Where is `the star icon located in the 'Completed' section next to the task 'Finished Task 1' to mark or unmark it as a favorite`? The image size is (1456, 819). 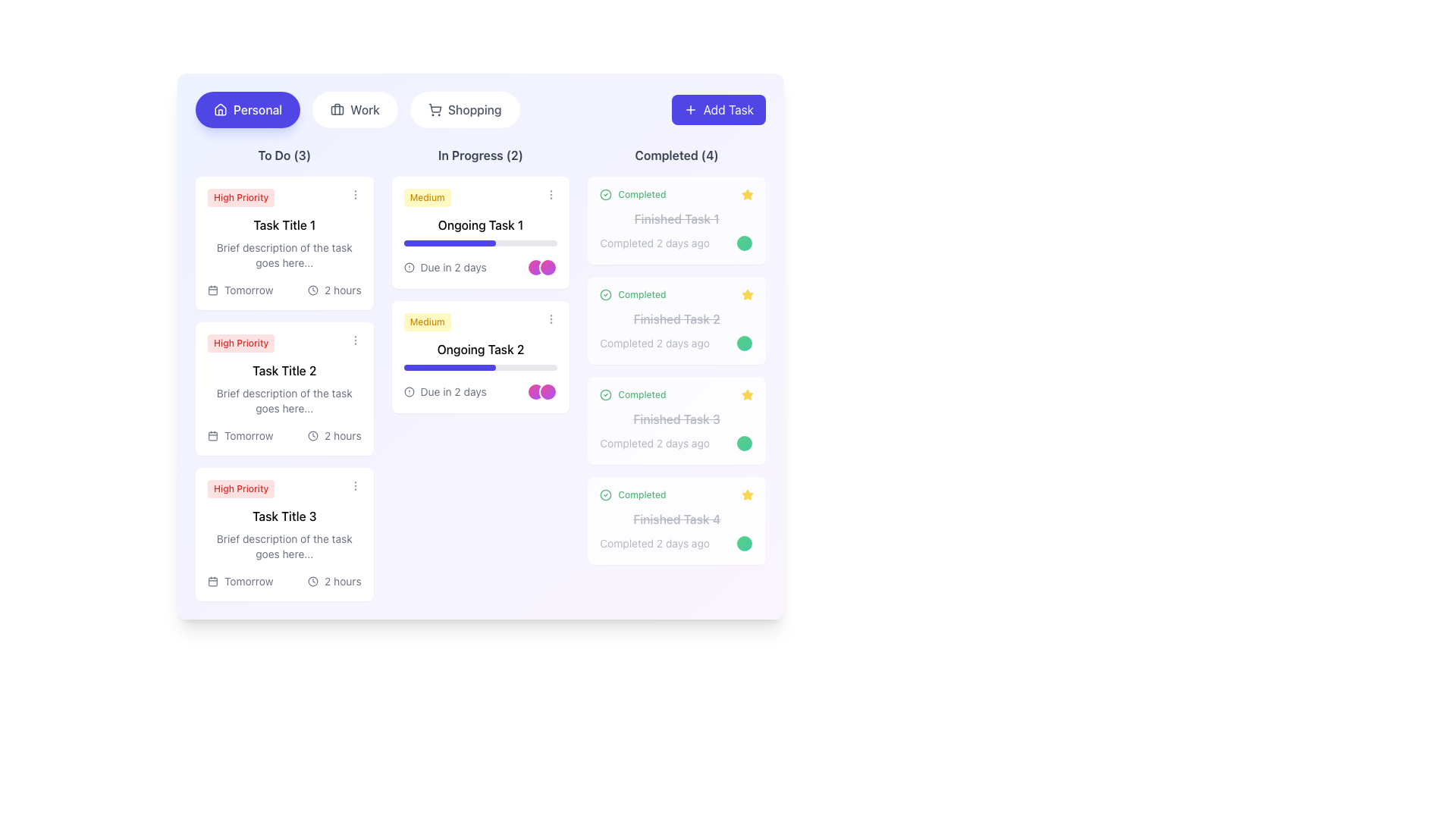
the star icon located in the 'Completed' section next to the task 'Finished Task 1' to mark or unmark it as a favorite is located at coordinates (747, 194).